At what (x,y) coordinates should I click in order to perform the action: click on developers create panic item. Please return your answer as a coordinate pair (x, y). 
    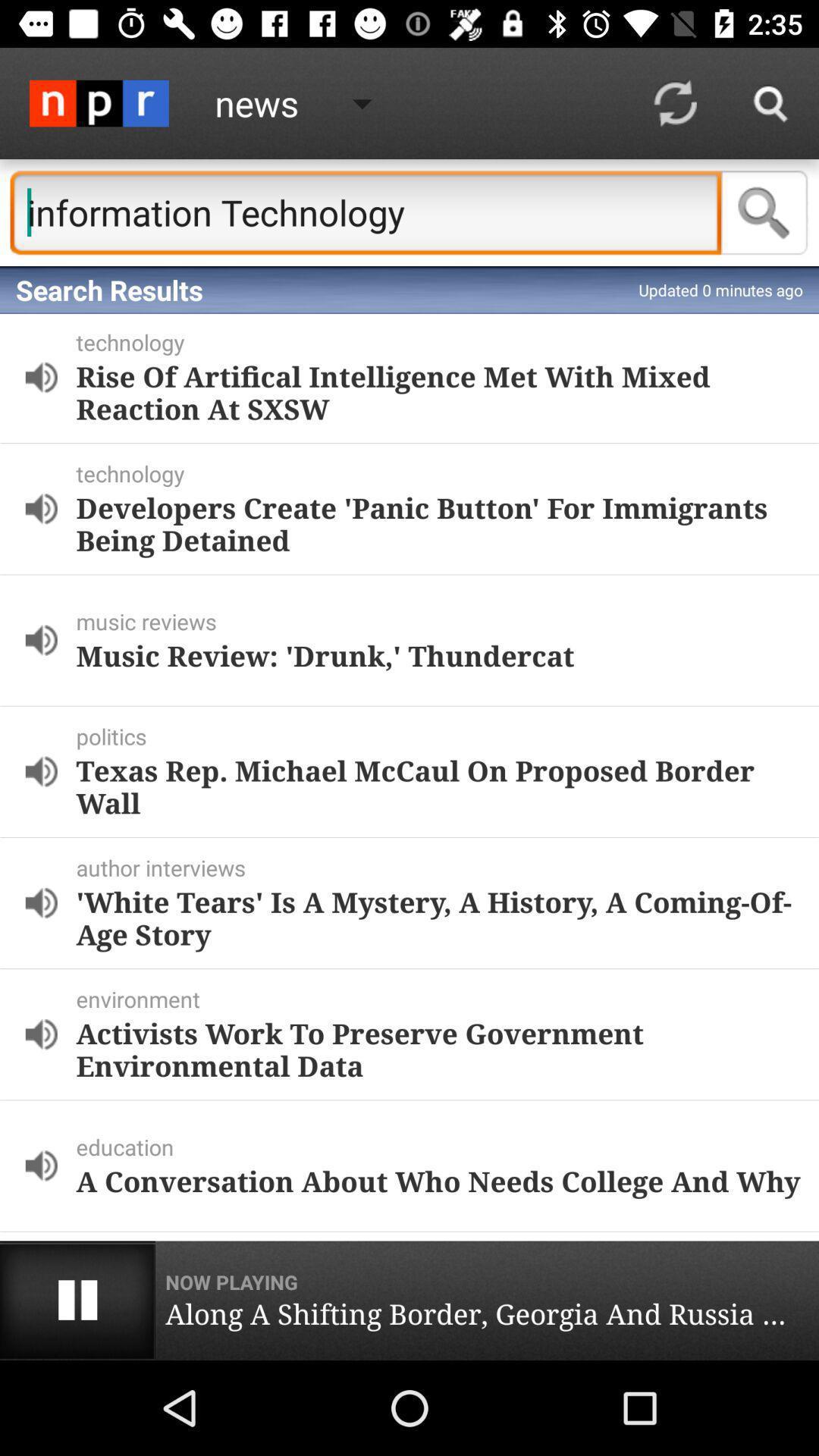
    Looking at the image, I should click on (438, 523).